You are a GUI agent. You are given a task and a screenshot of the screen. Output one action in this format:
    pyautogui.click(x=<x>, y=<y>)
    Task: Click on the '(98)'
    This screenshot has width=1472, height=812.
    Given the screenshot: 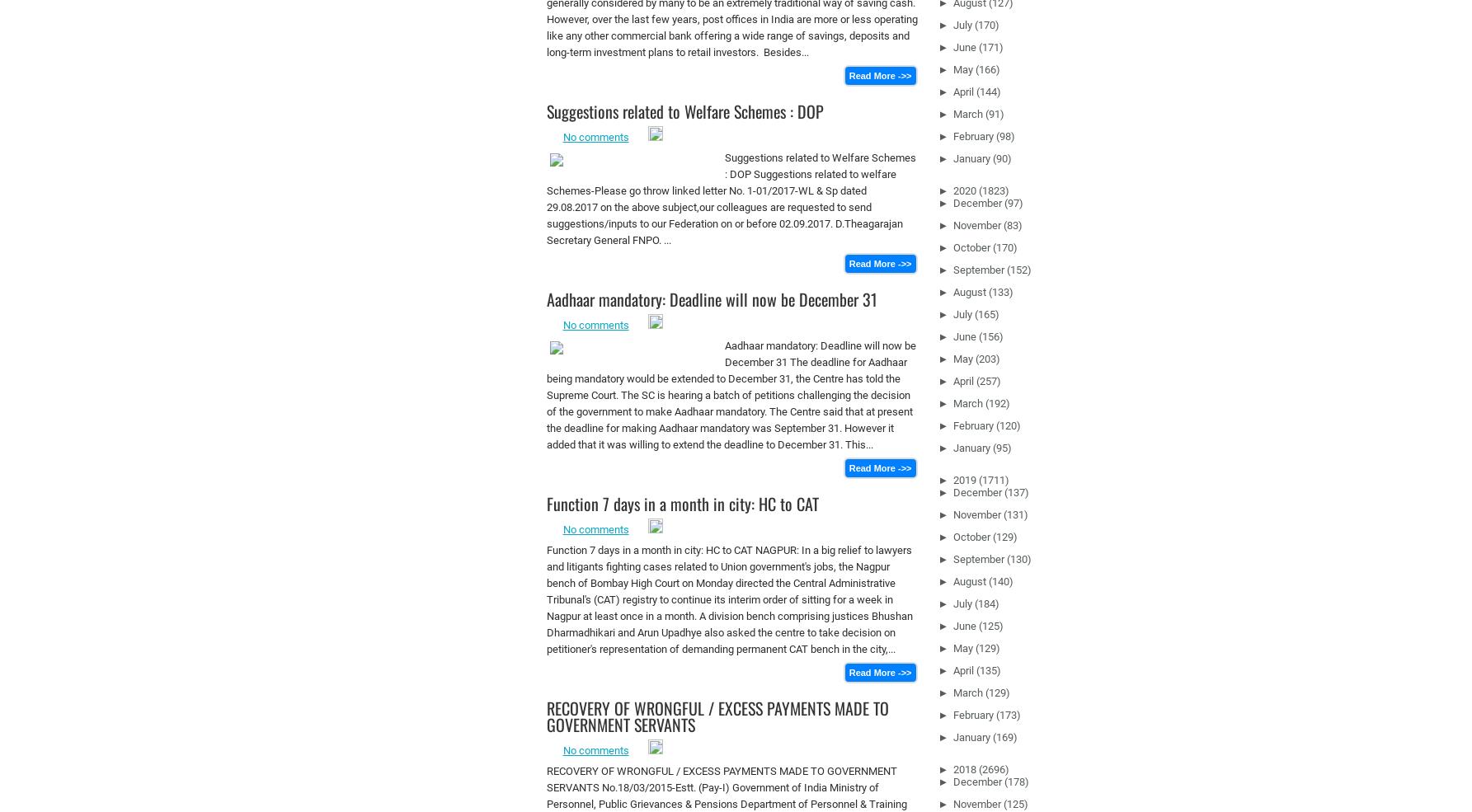 What is the action you would take?
    pyautogui.click(x=1004, y=135)
    